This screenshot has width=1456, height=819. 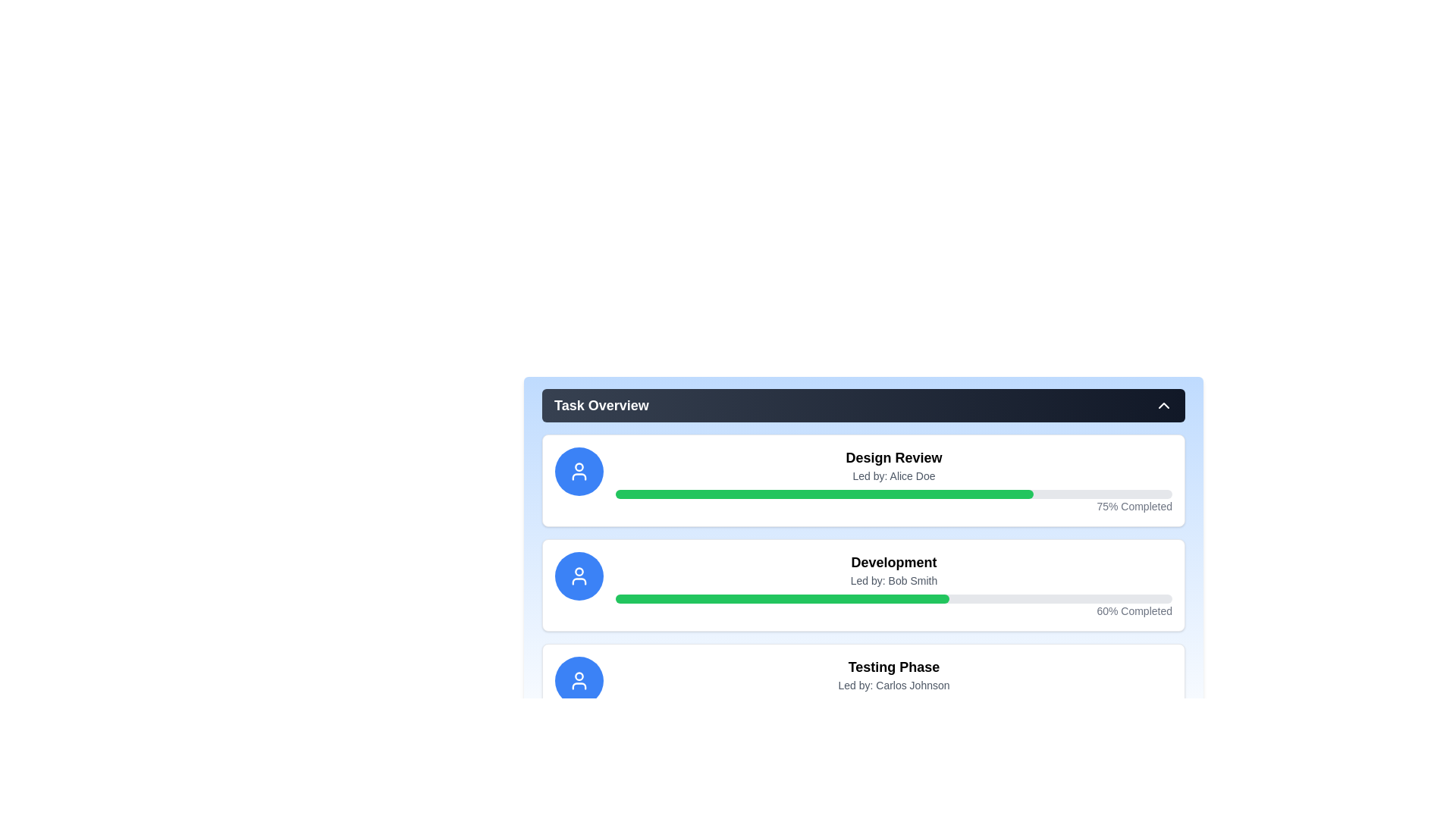 I want to click on the Progress Bar element that visually represents the completion progress for the 'Design Review' task, situated between 'Led by: Alice Doe' and '75% Completed', so click(x=894, y=494).